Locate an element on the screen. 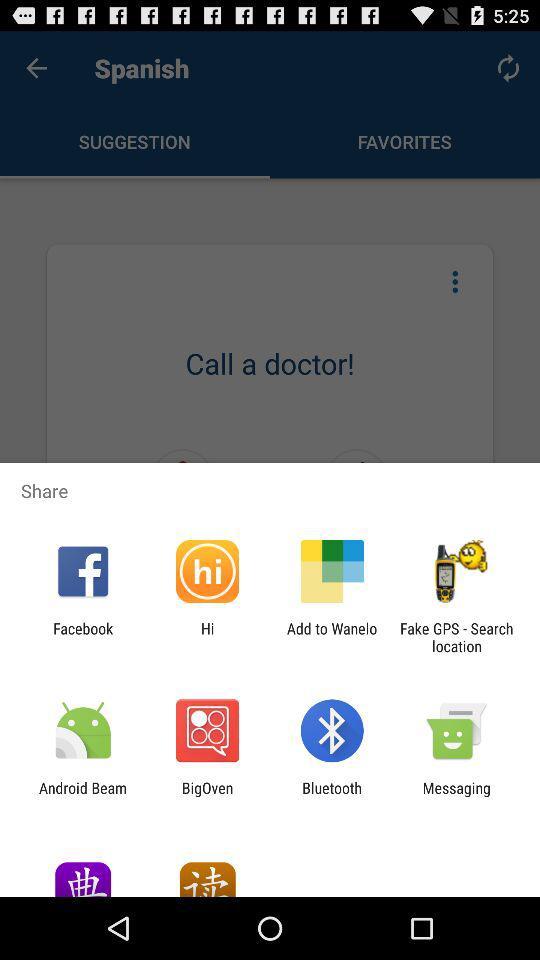  the fake gps search icon is located at coordinates (456, 636).